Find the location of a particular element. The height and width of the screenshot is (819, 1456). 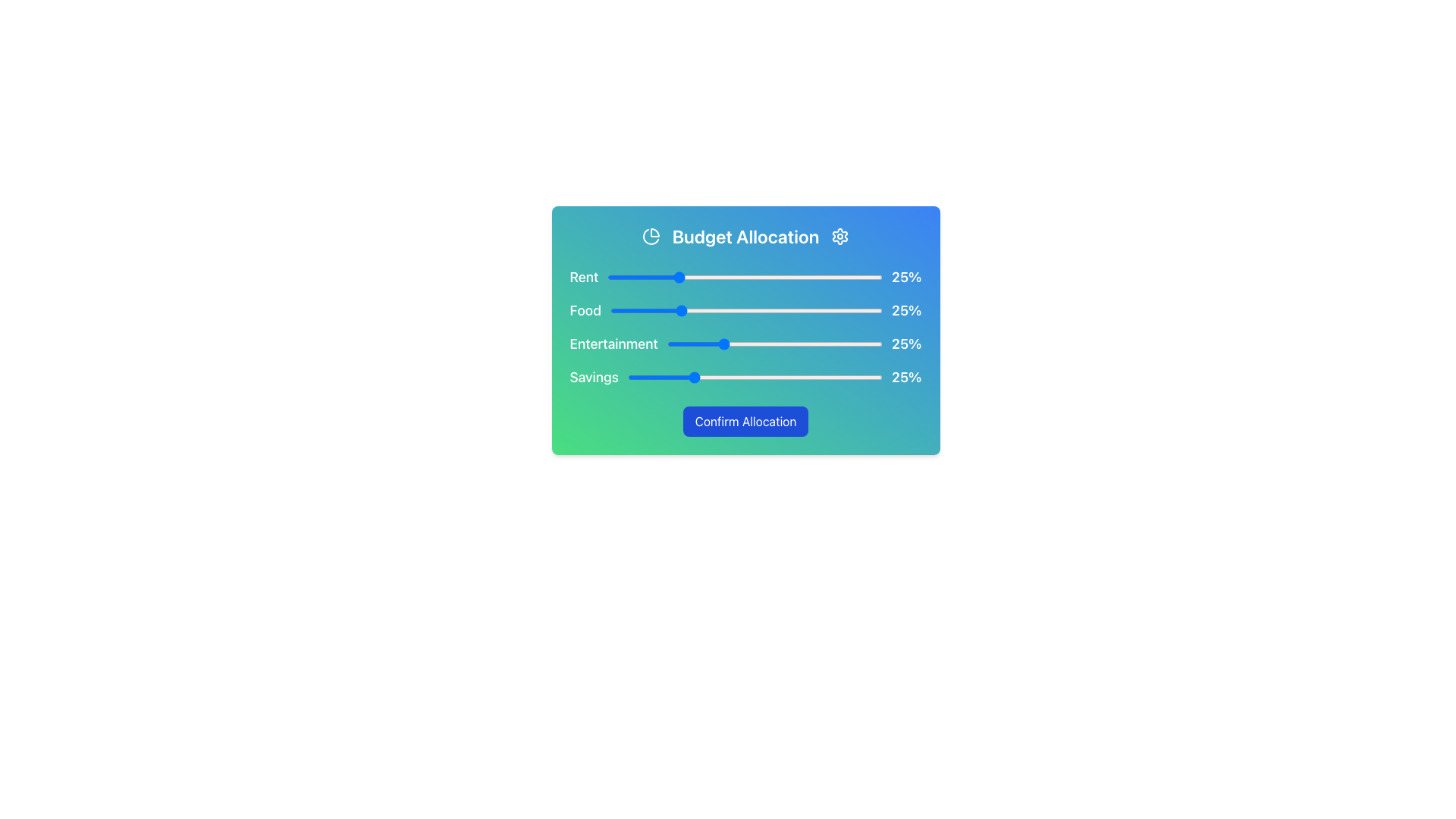

the slider value is located at coordinates (705, 278).